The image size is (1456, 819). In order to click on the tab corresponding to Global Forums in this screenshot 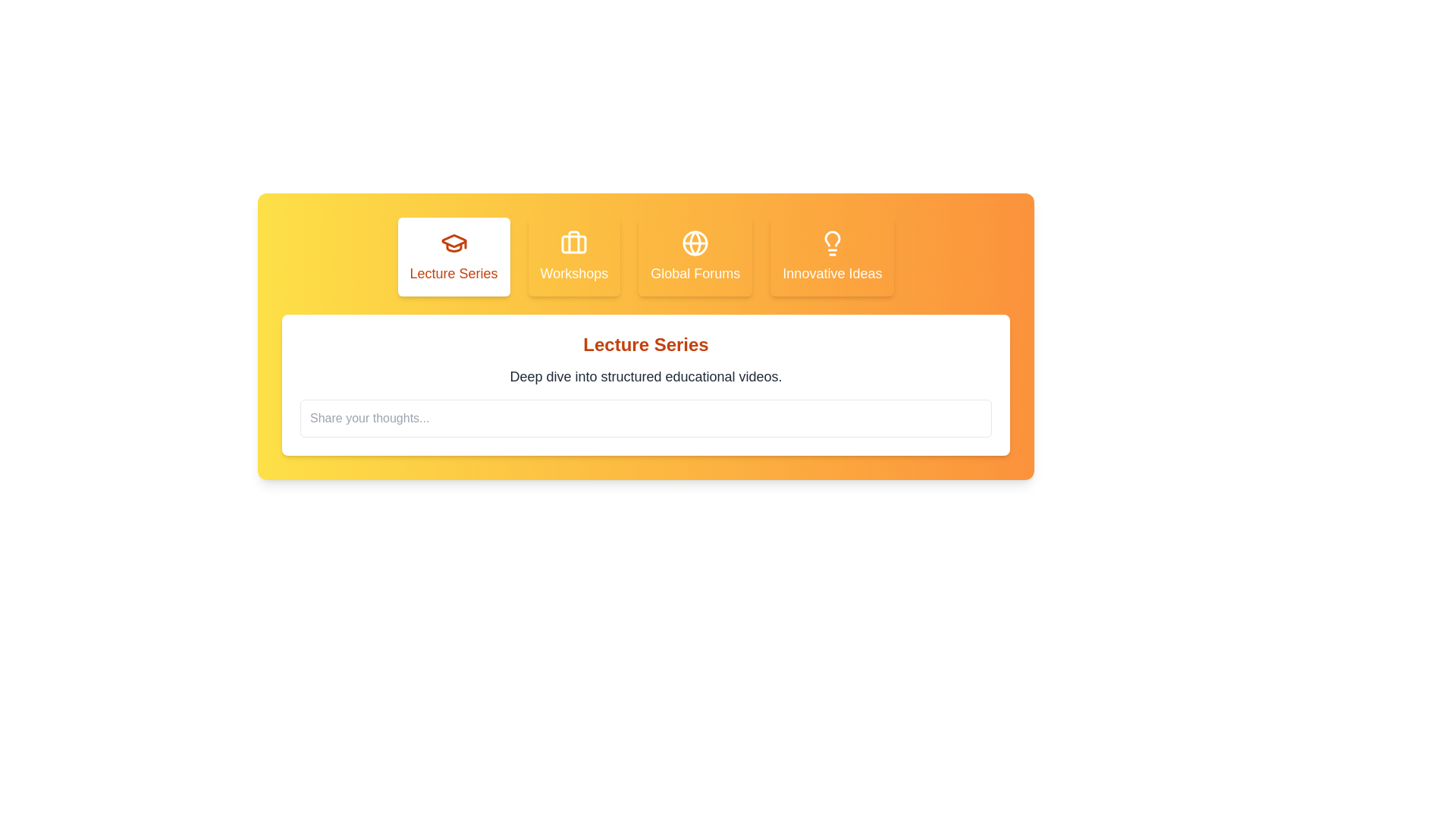, I will do `click(695, 256)`.